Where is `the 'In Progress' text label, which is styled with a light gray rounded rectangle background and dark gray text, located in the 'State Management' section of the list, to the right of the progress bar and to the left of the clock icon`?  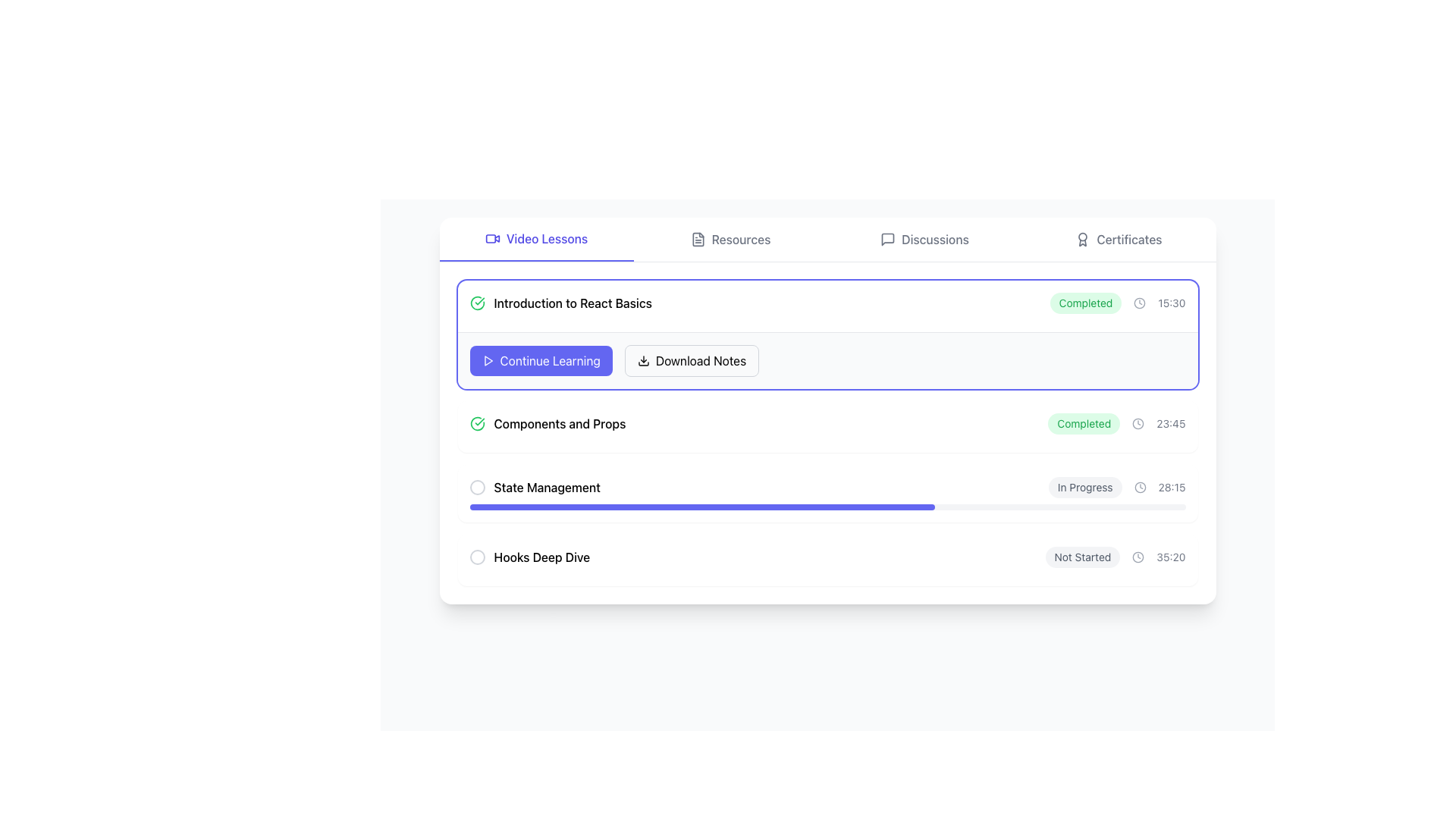 the 'In Progress' text label, which is styled with a light gray rounded rectangle background and dark gray text, located in the 'State Management' section of the list, to the right of the progress bar and to the left of the clock icon is located at coordinates (1084, 488).